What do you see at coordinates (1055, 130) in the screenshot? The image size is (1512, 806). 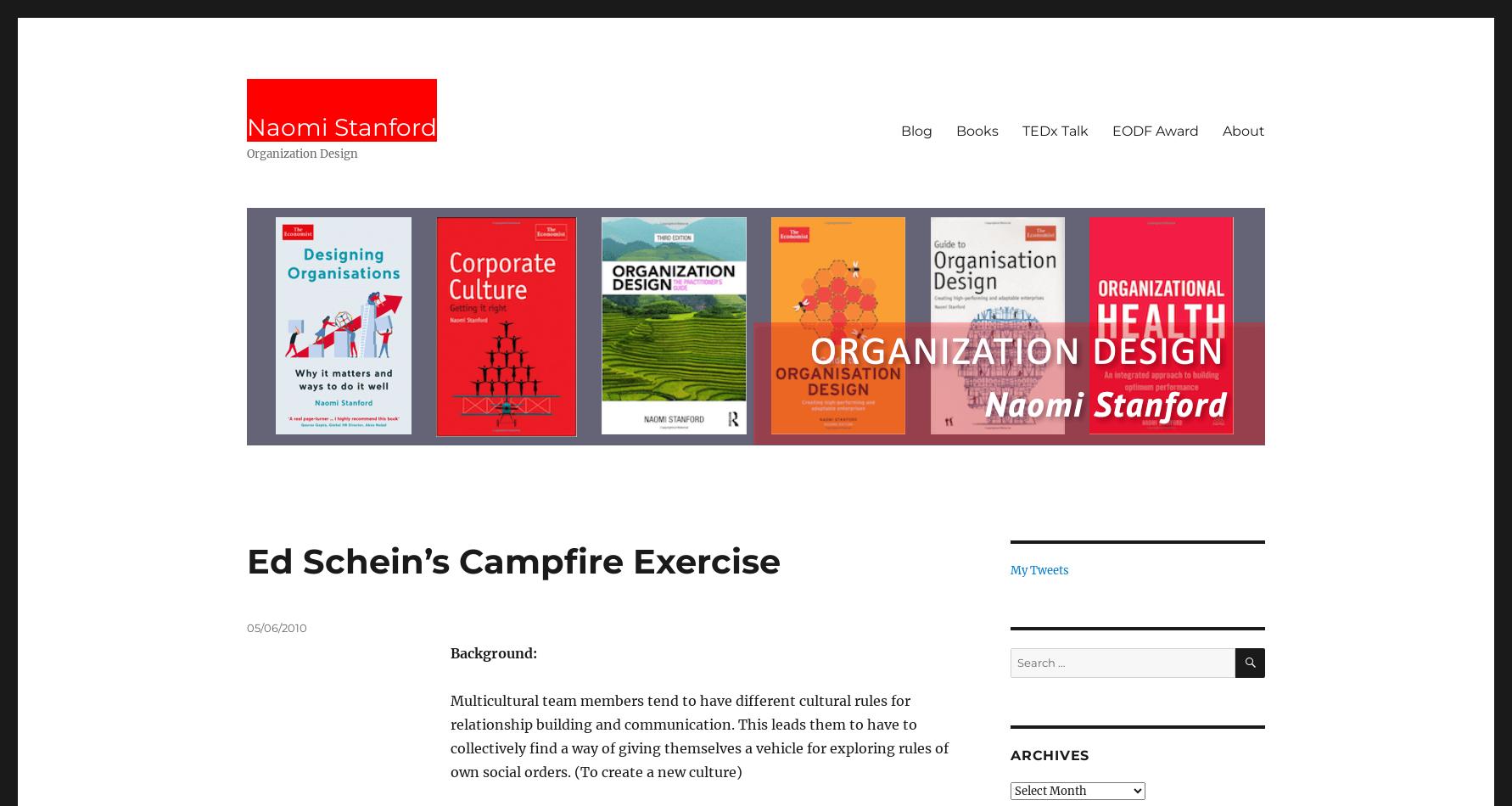 I see `'TEDx Talk'` at bounding box center [1055, 130].